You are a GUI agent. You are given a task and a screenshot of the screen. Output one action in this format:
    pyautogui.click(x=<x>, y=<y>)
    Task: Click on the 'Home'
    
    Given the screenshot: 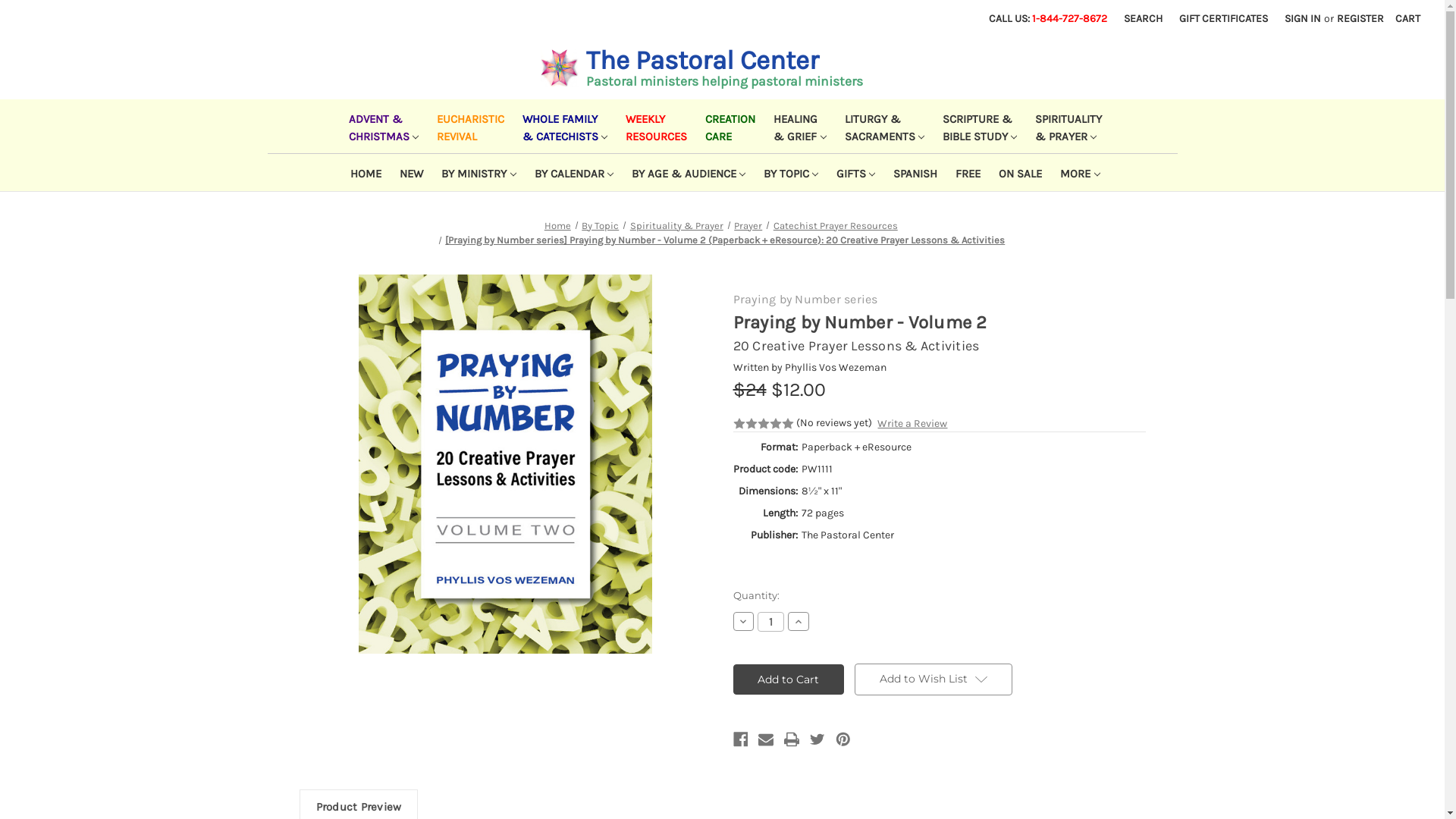 What is the action you would take?
    pyautogui.click(x=544, y=225)
    